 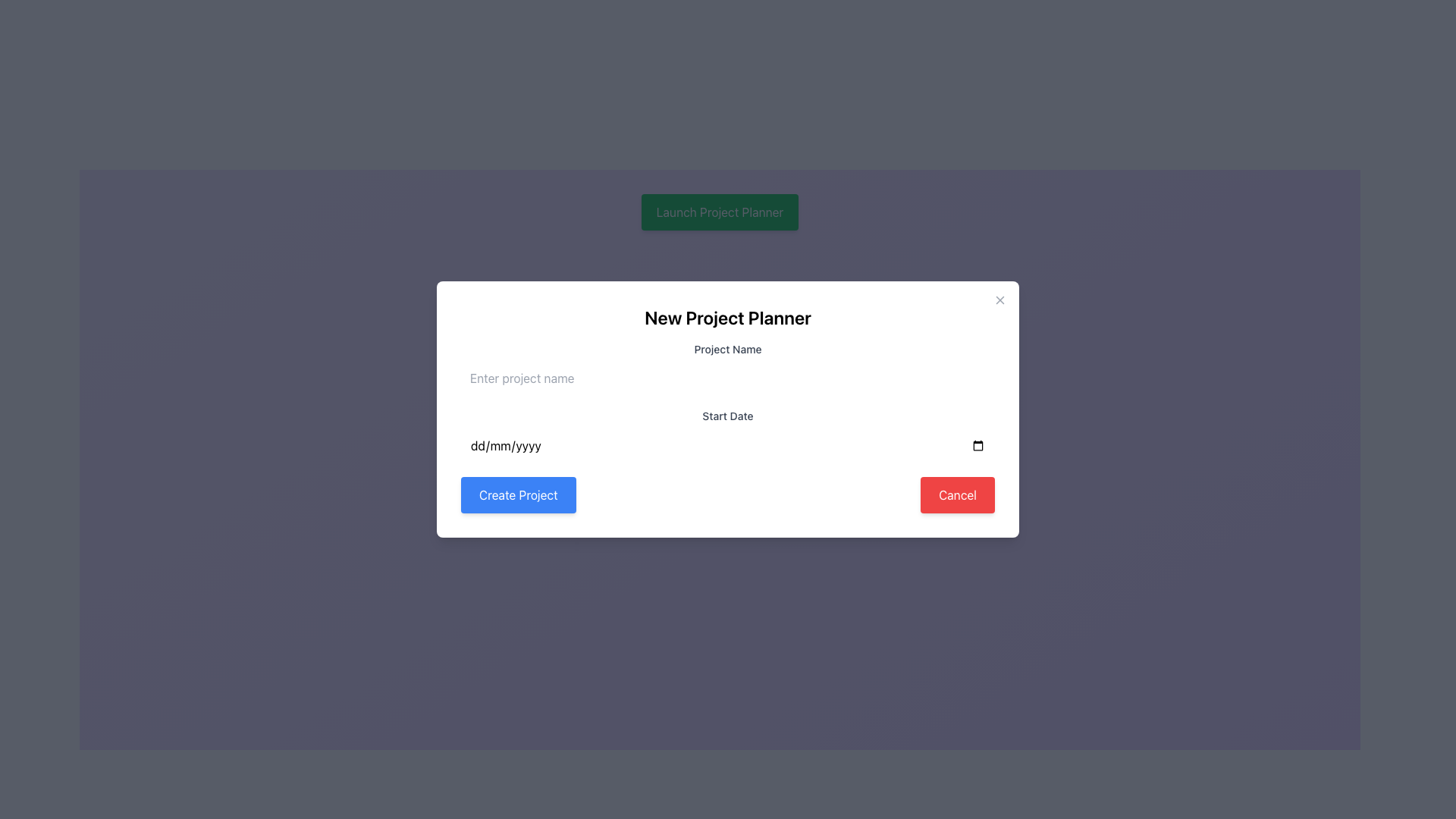 What do you see at coordinates (518, 494) in the screenshot?
I see `the 'Create Project' button with rounded corners and blue background to change its color` at bounding box center [518, 494].